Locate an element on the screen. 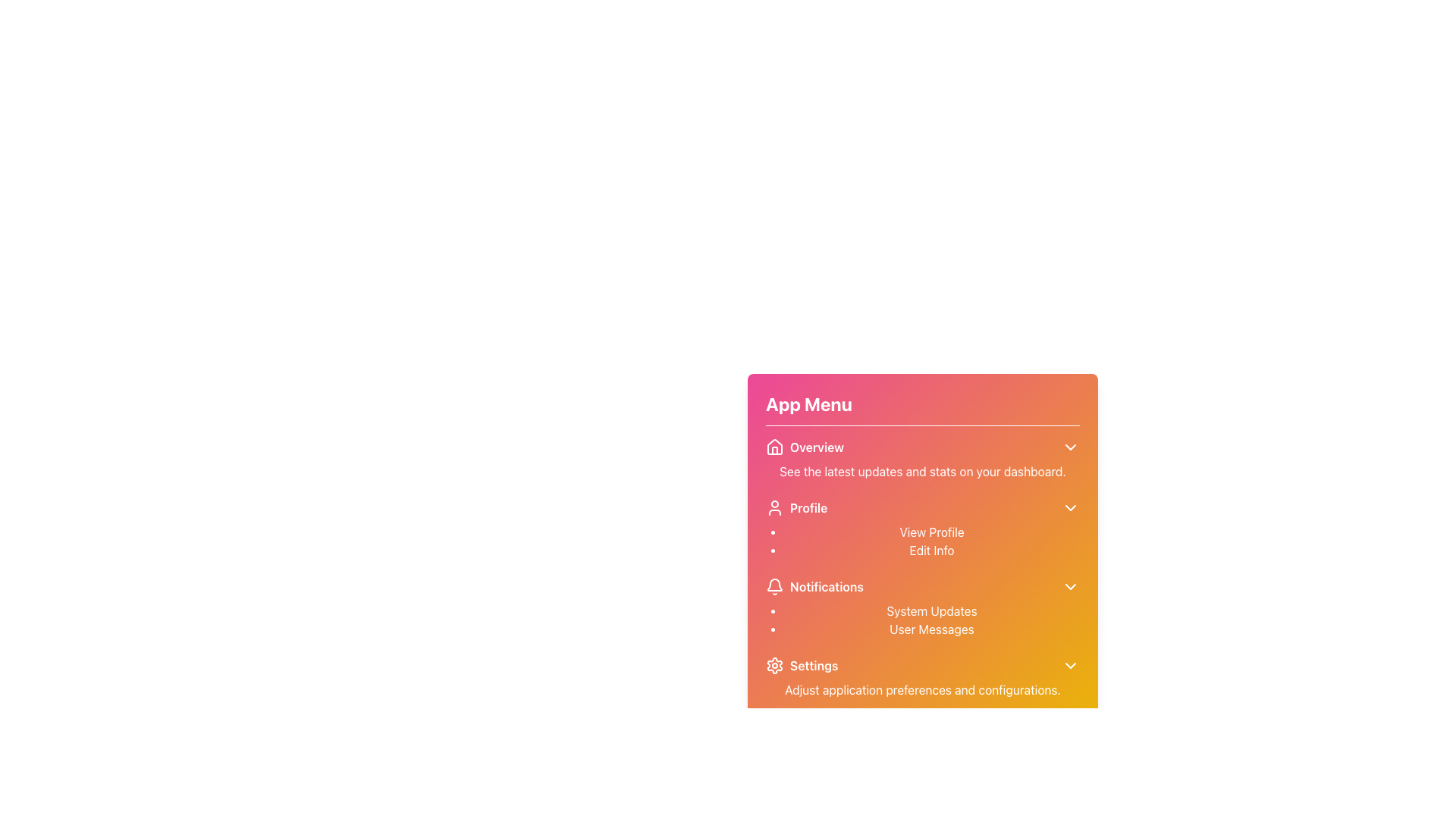  the downward-facing chevron icon button located to the far right of the 'Settings' item in the application menu is located at coordinates (1069, 665).